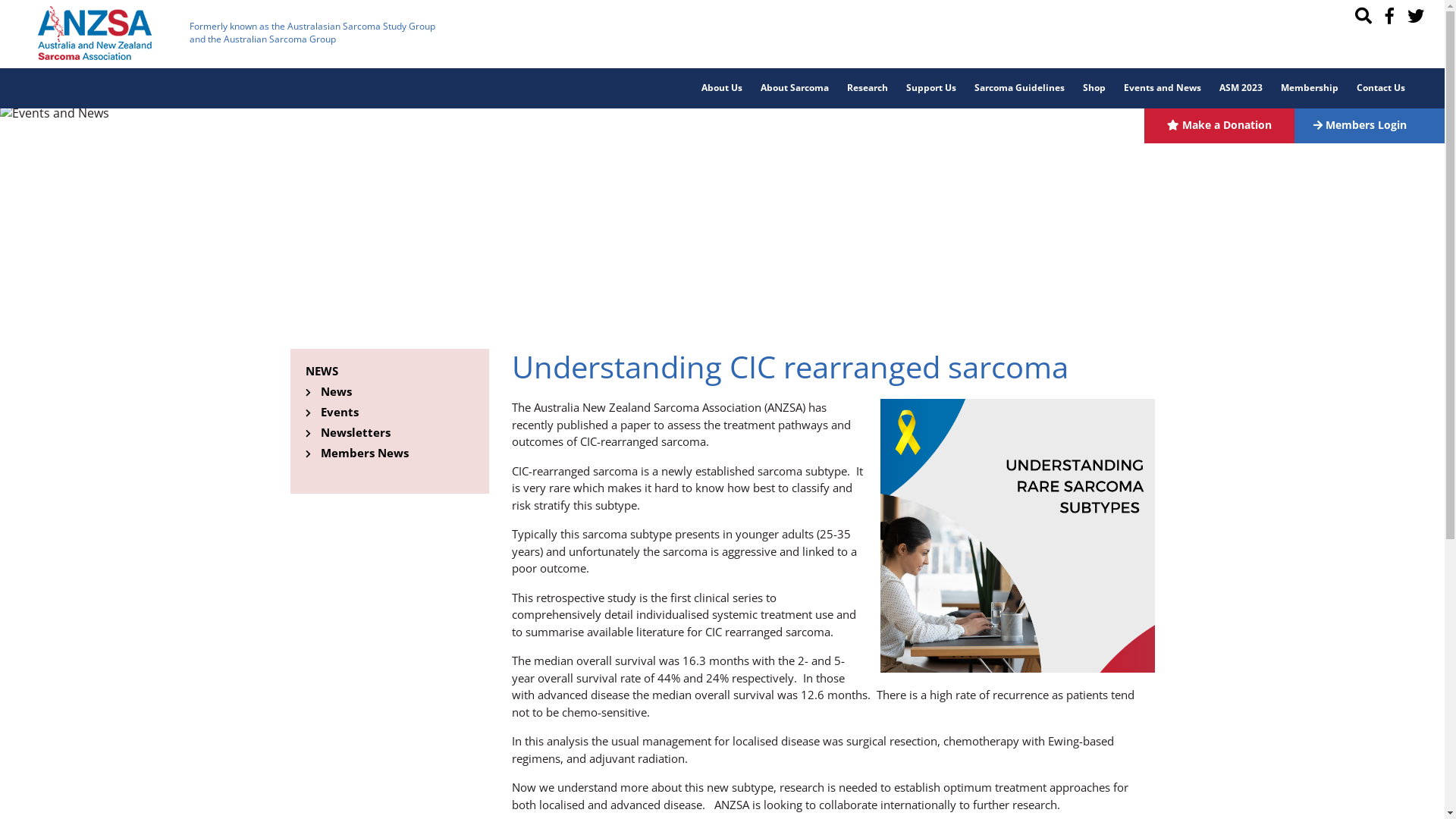 The height and width of the screenshot is (819, 1456). I want to click on 'News', so click(334, 391).